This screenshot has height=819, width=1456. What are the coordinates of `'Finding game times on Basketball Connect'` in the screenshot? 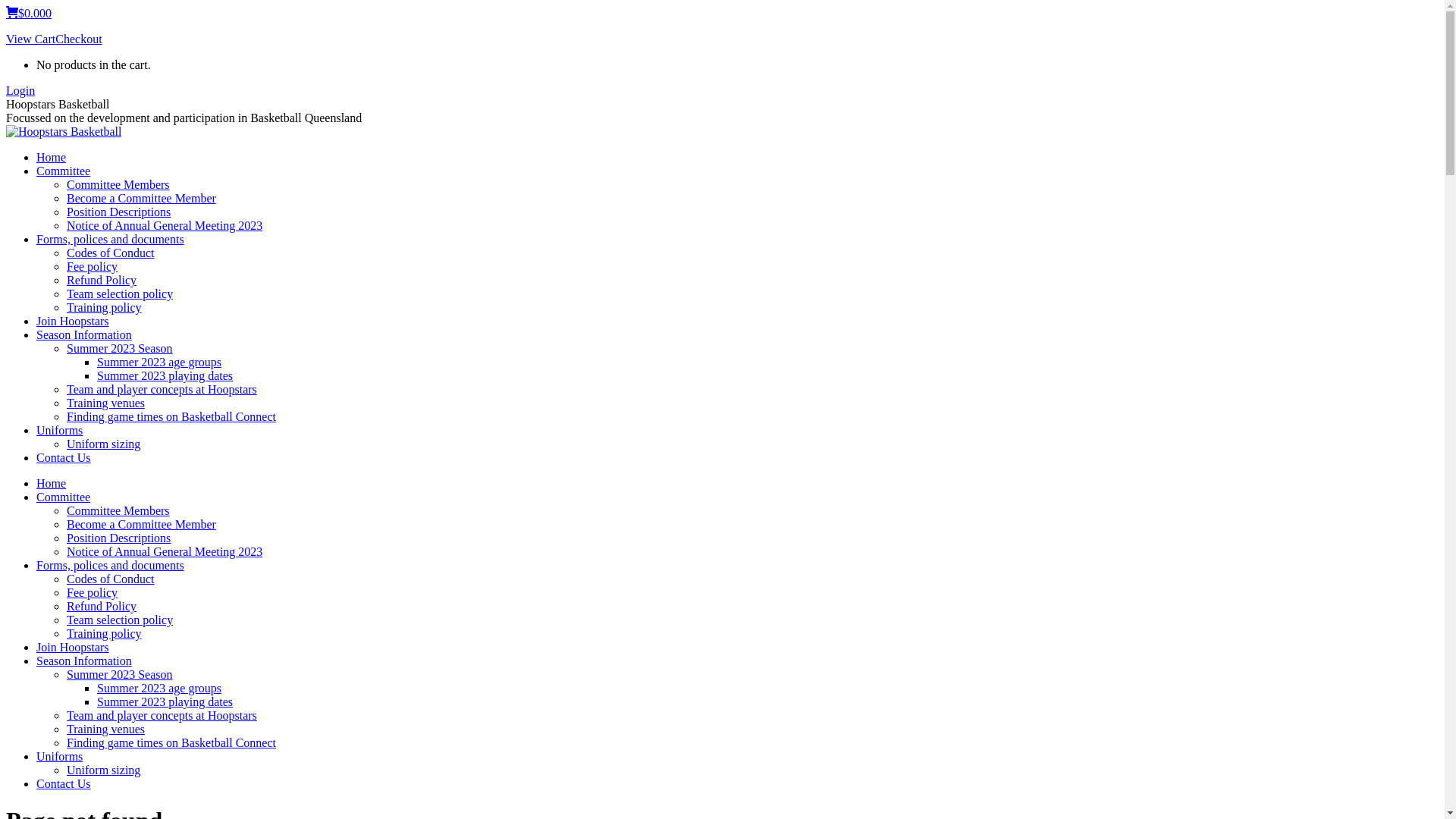 It's located at (171, 416).